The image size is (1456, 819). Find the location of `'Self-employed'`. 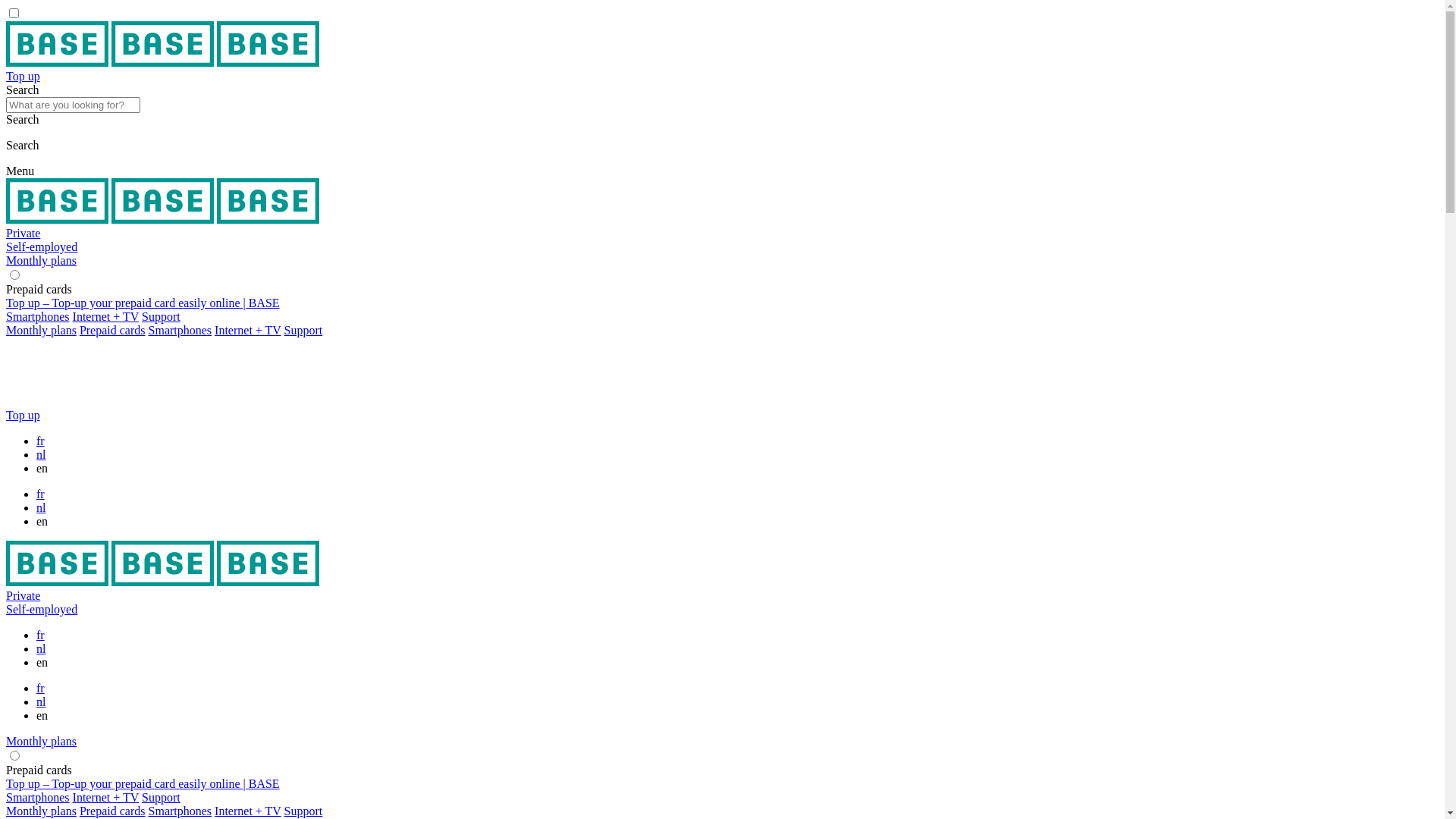

'Self-employed' is located at coordinates (41, 608).